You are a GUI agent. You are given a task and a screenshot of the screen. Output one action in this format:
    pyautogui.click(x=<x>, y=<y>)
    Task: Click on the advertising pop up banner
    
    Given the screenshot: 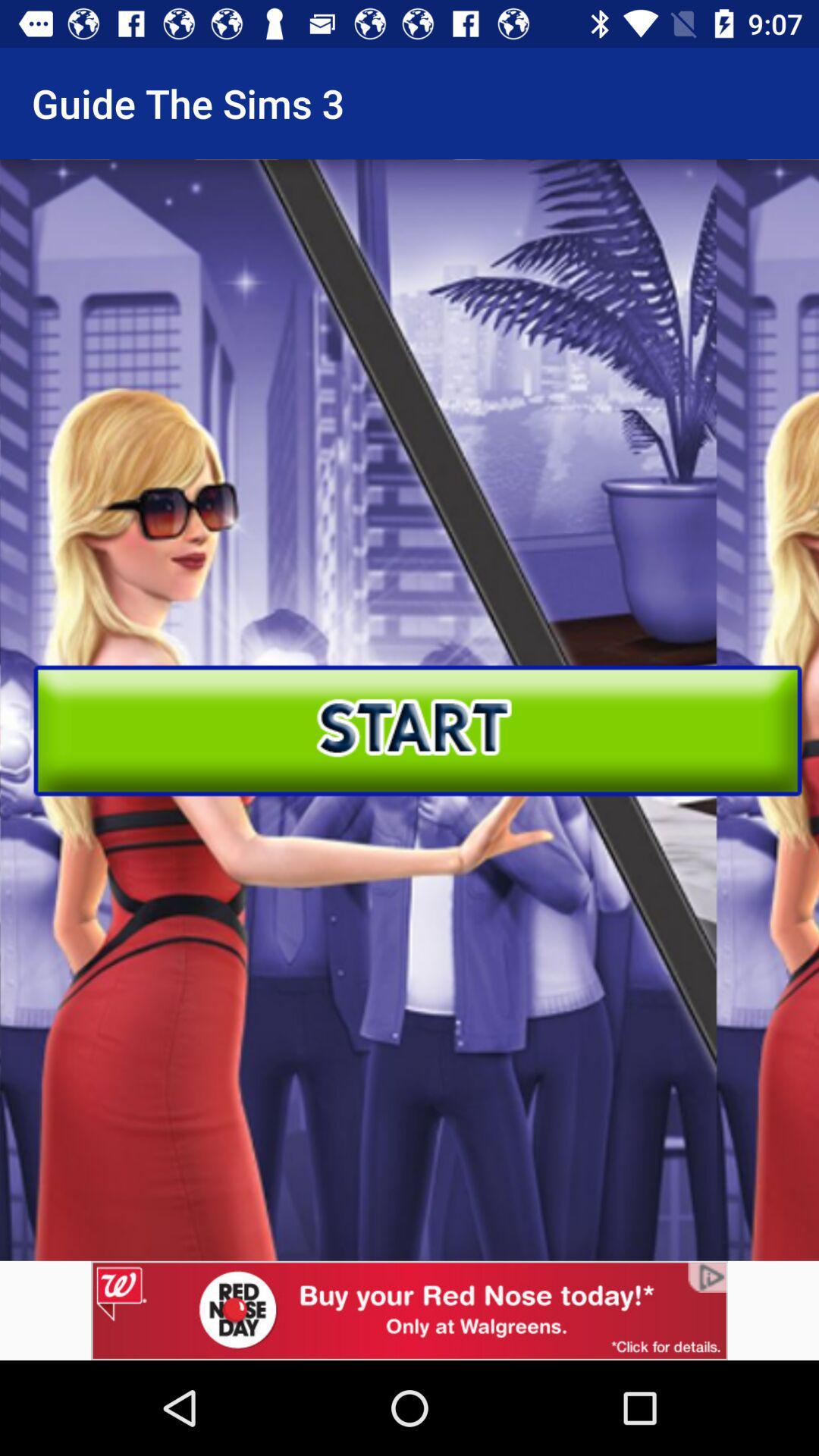 What is the action you would take?
    pyautogui.click(x=409, y=1310)
    